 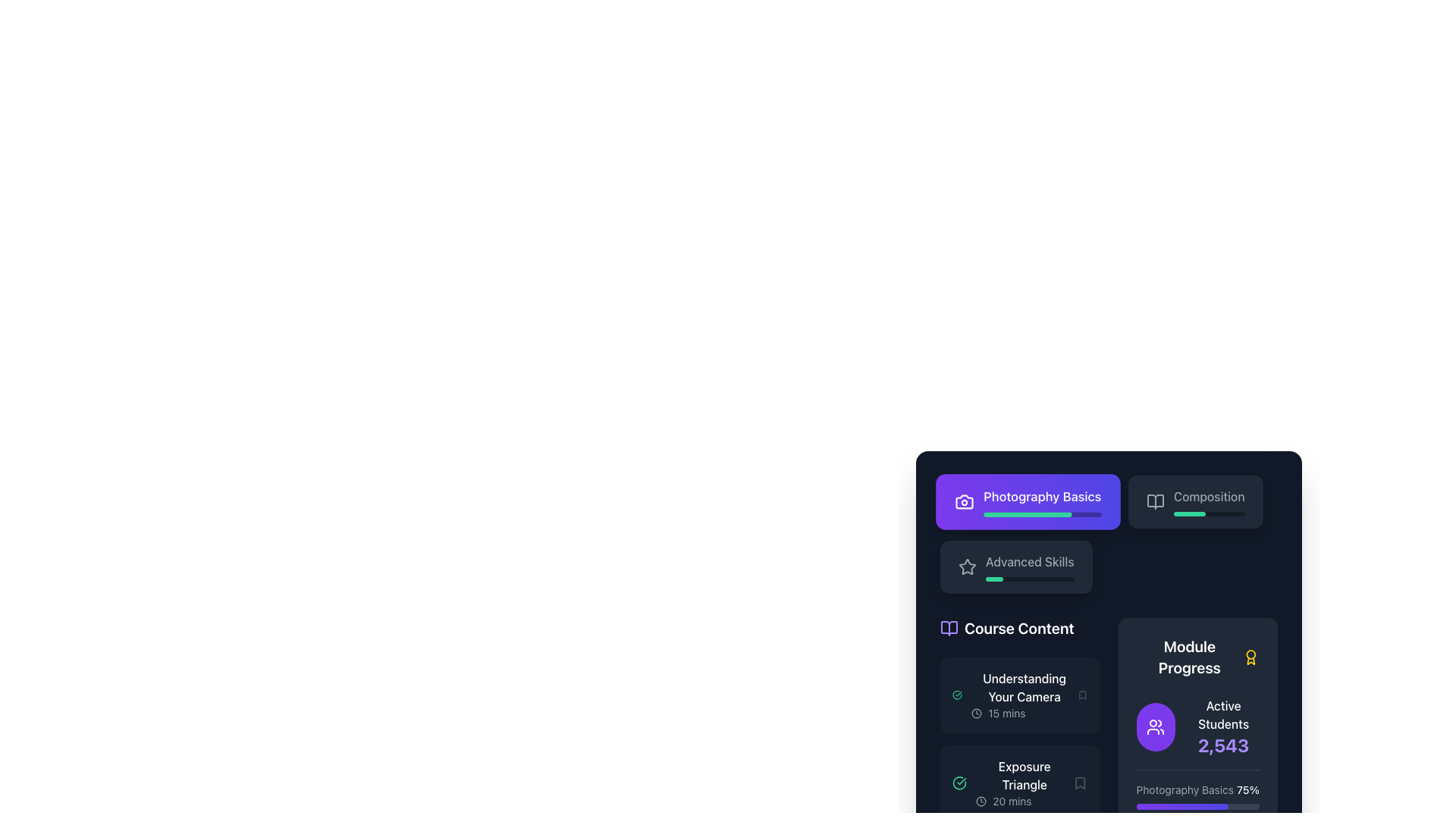 What do you see at coordinates (1025, 695) in the screenshot?
I see `the course module list item labeled 'Understanding Your Camera' located` at bounding box center [1025, 695].